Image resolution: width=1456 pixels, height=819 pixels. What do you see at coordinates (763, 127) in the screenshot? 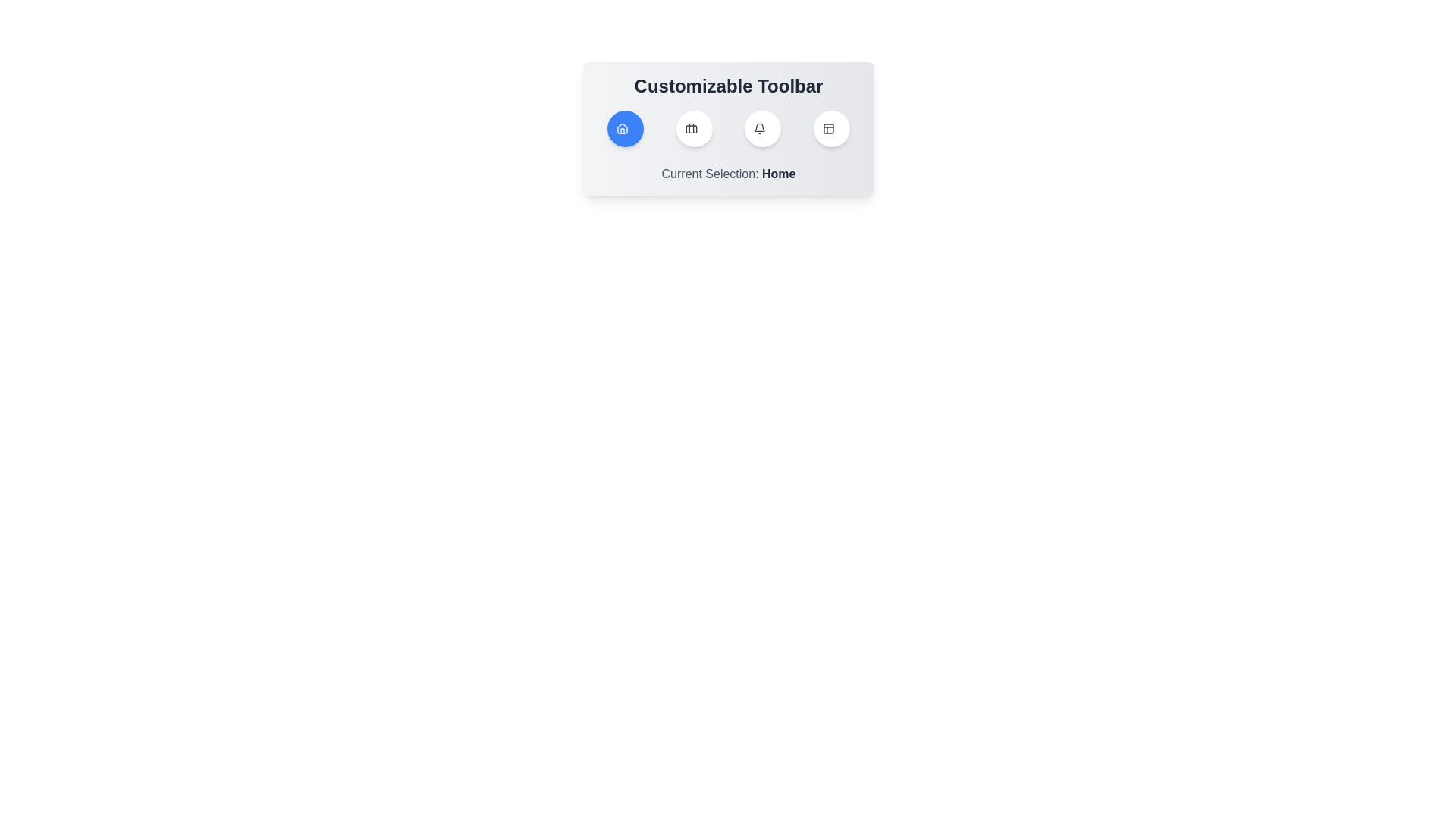
I see `the notification toggle button with a bell icon located in the toolbar` at bounding box center [763, 127].